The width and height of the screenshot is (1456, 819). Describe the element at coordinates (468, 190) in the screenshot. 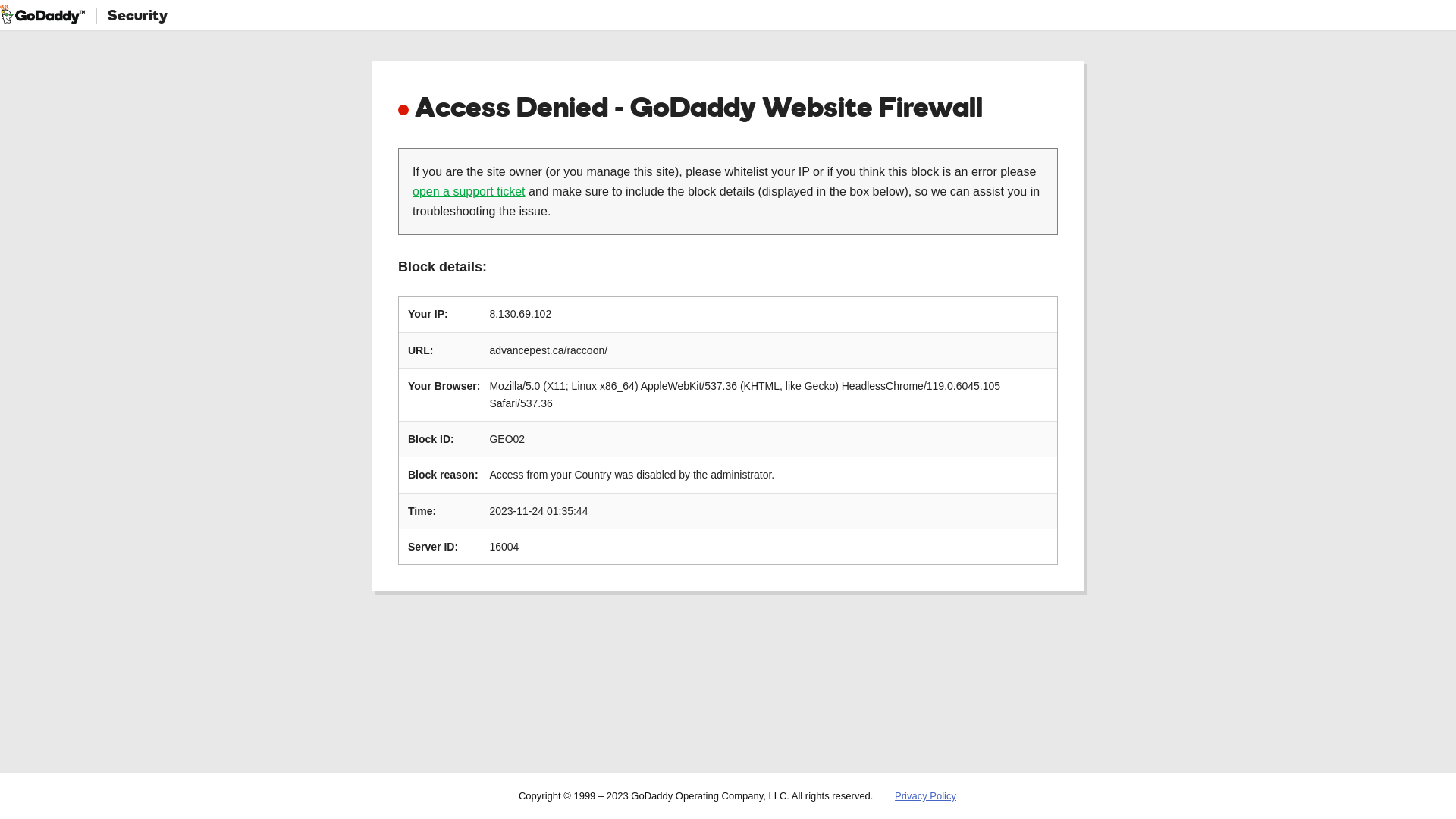

I see `'open a support ticket'` at that location.